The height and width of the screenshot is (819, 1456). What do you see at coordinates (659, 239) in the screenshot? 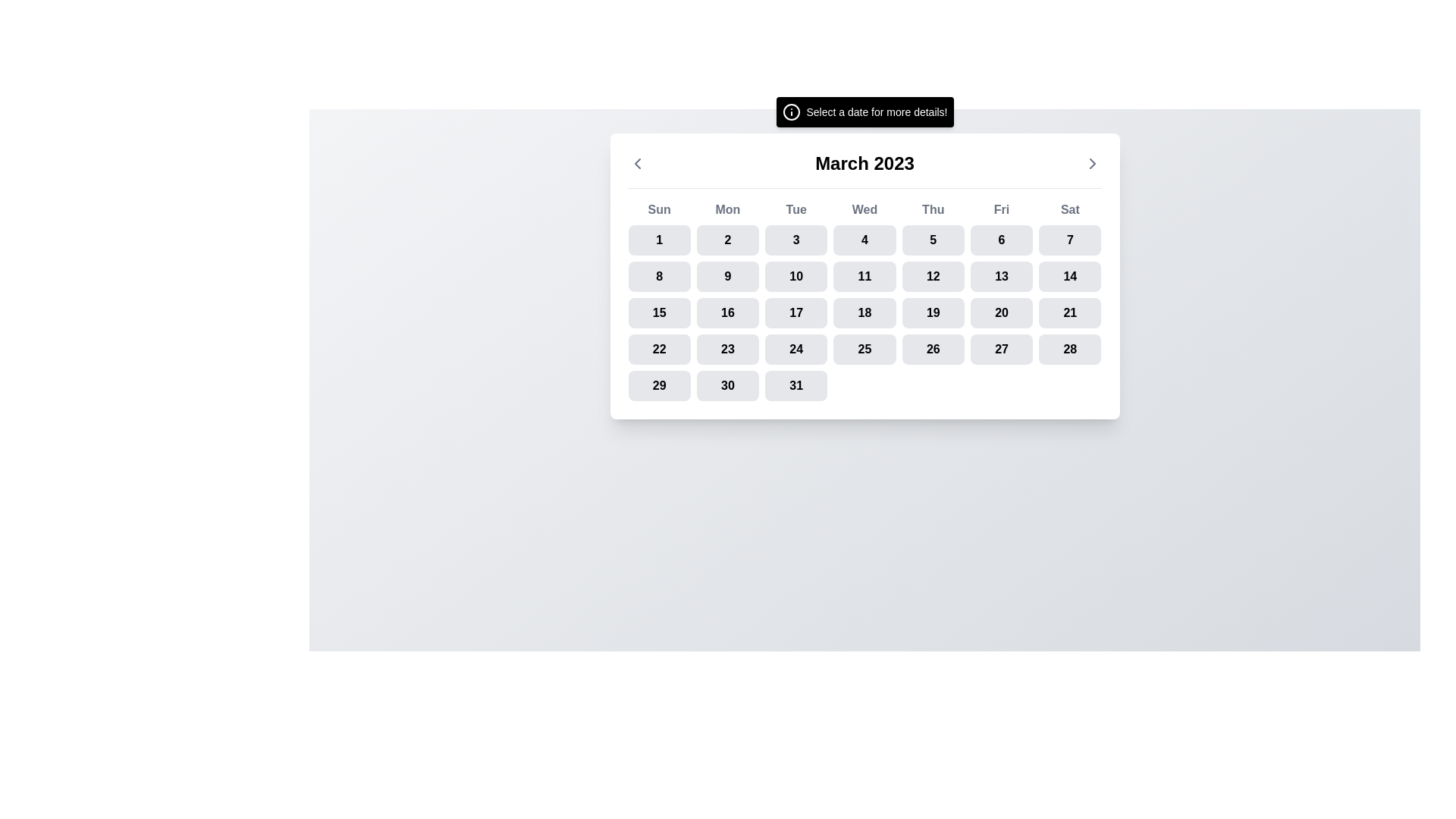
I see `the calendar button representing the first day under the 'Sun' column to trigger a style change` at bounding box center [659, 239].